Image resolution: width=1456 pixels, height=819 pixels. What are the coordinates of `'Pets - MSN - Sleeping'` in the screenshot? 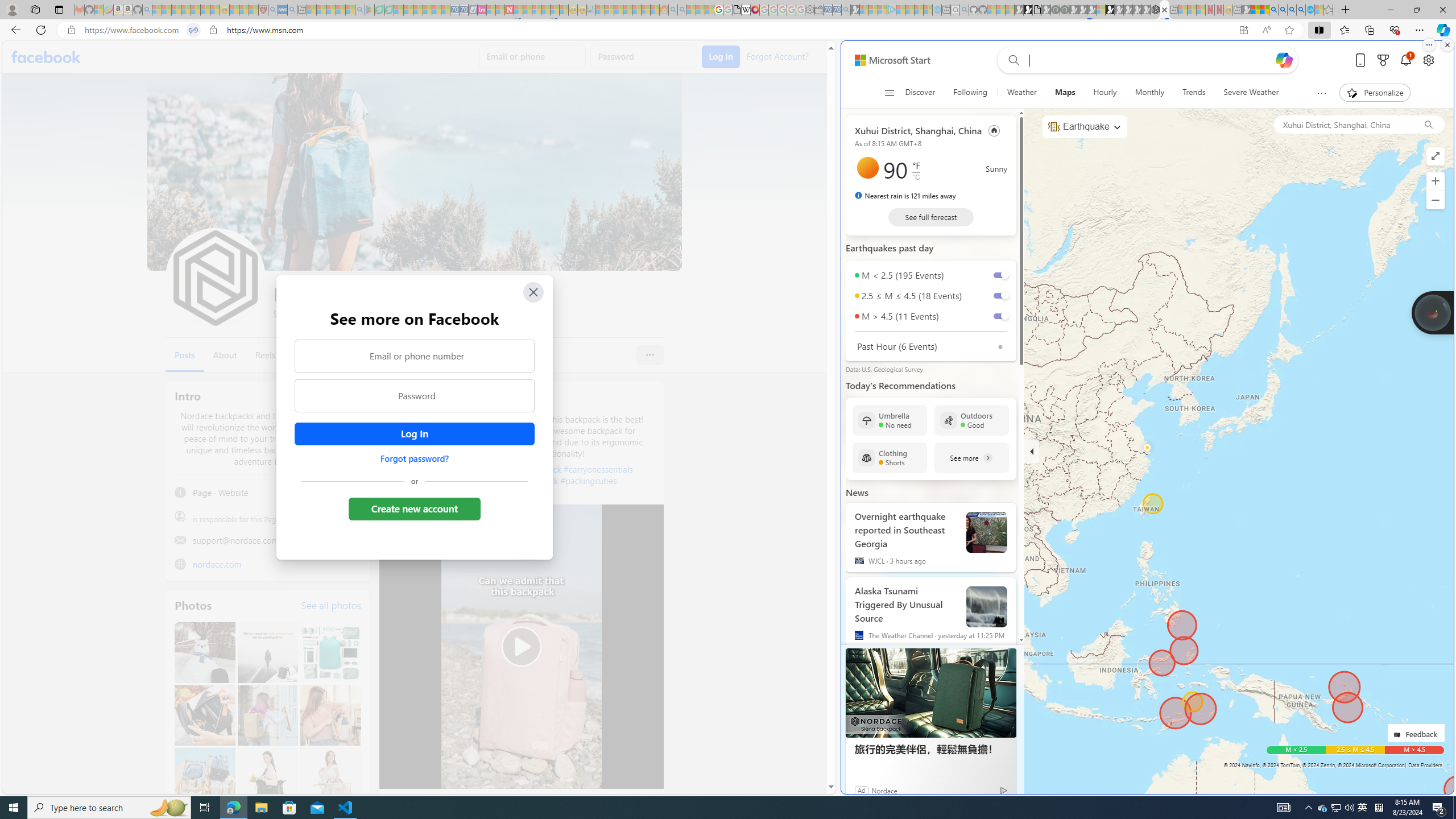 It's located at (341, 9).